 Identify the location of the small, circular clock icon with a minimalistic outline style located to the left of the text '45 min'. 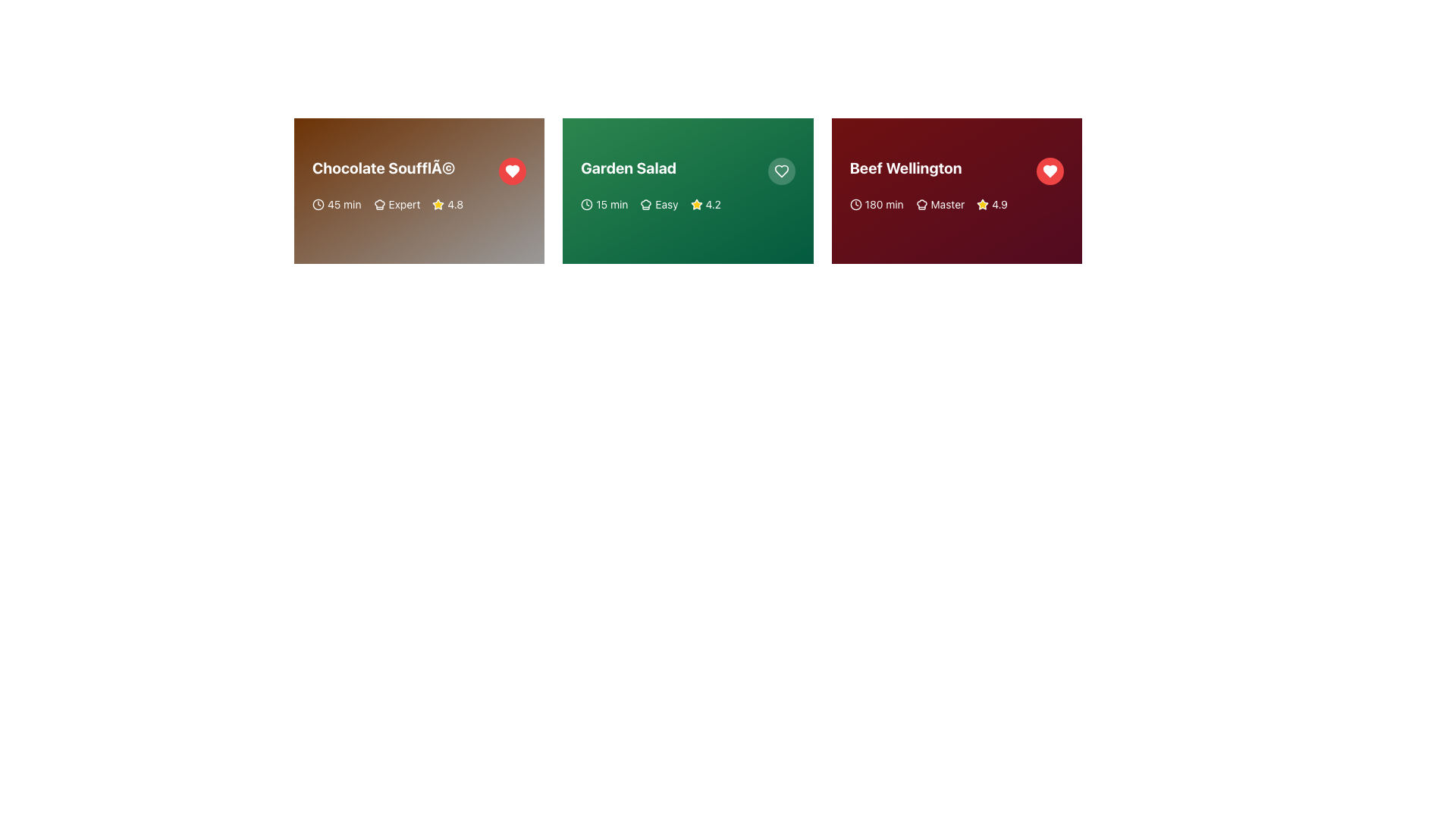
(318, 205).